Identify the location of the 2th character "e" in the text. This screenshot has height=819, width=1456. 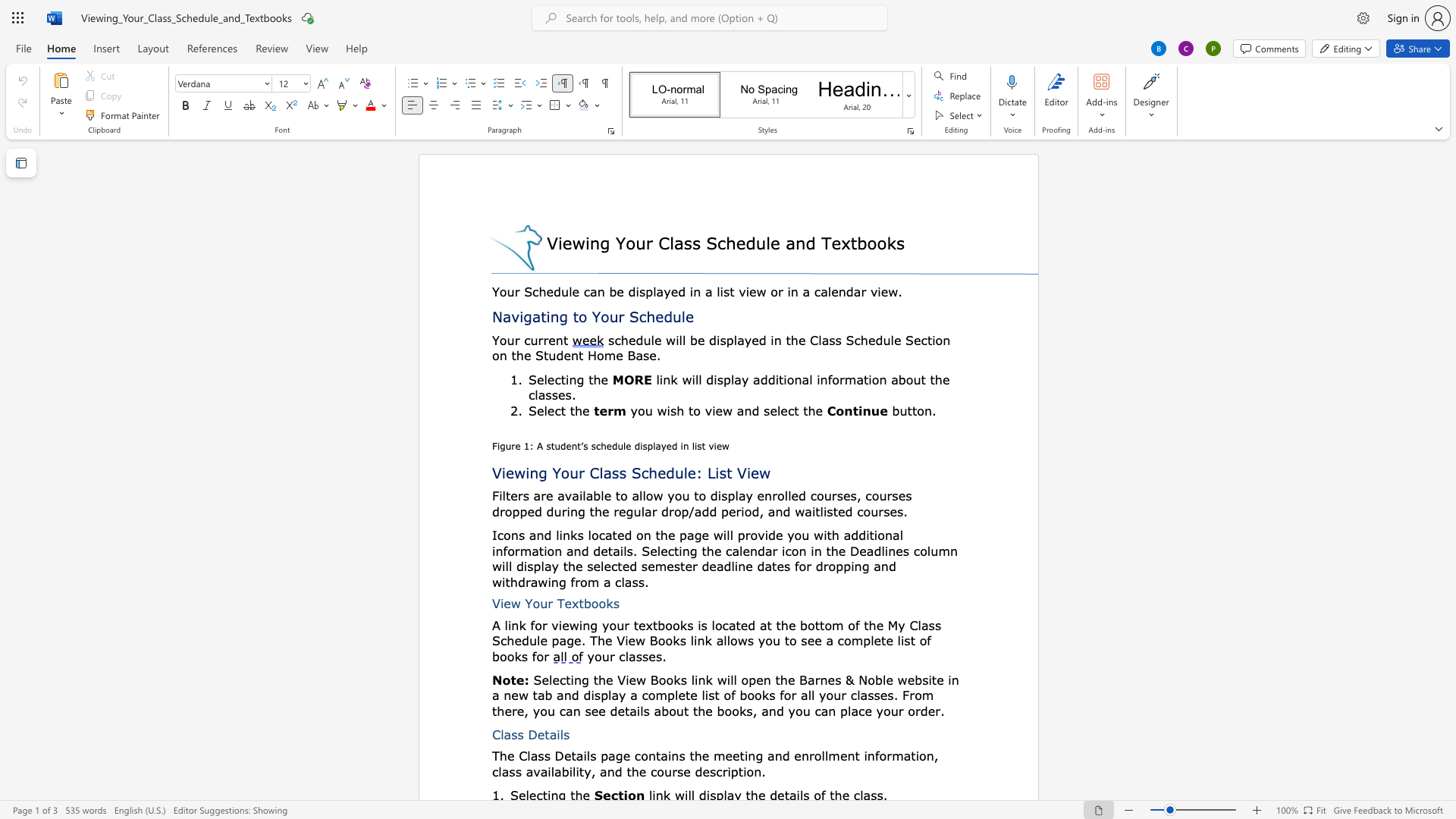
(550, 410).